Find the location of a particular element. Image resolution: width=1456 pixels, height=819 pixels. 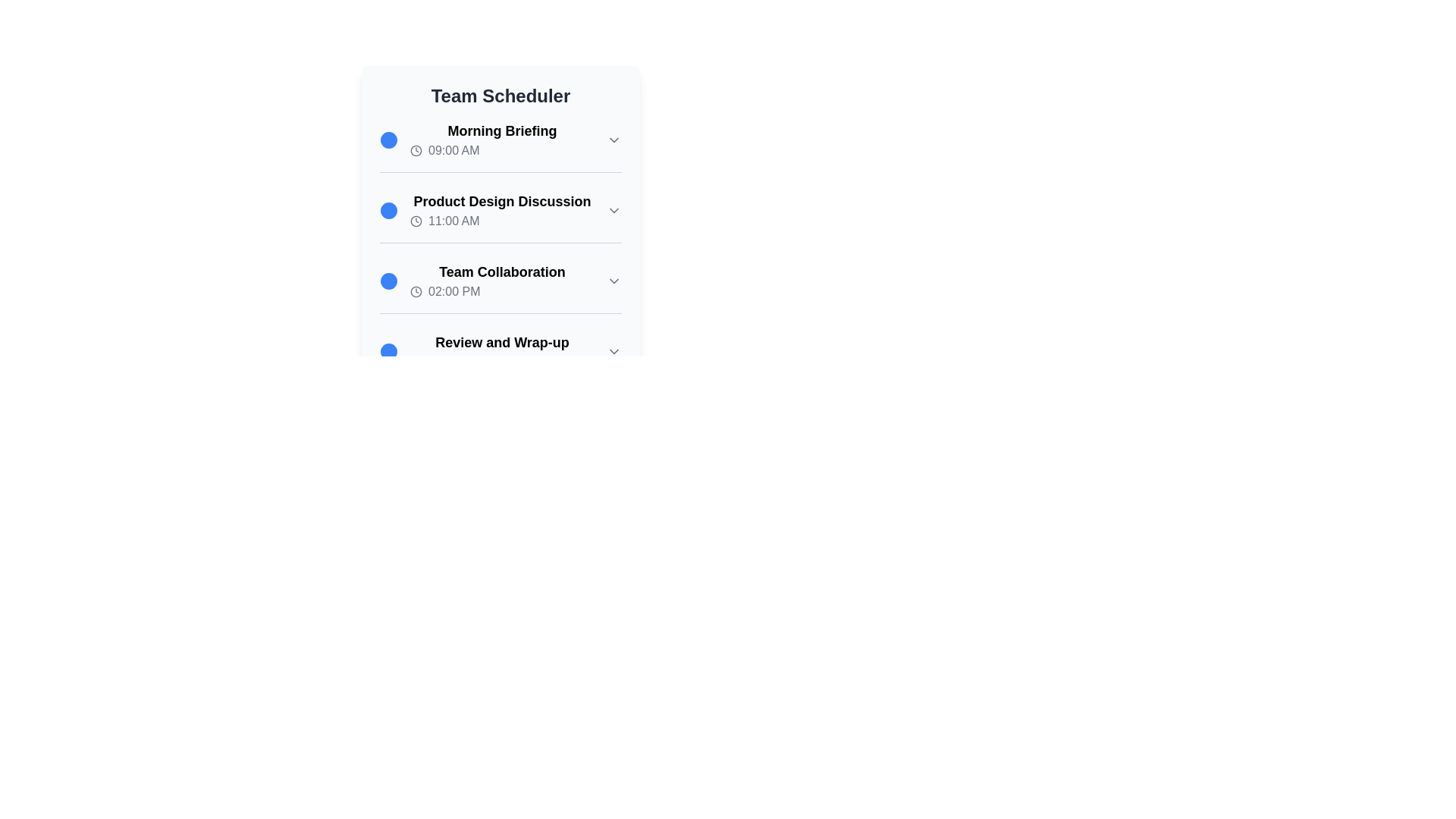

the circular element that serves as a clock icon, located beside the 2:00 PM entry under 'Team Collaboration' in the schedule section of the UI is located at coordinates (416, 292).